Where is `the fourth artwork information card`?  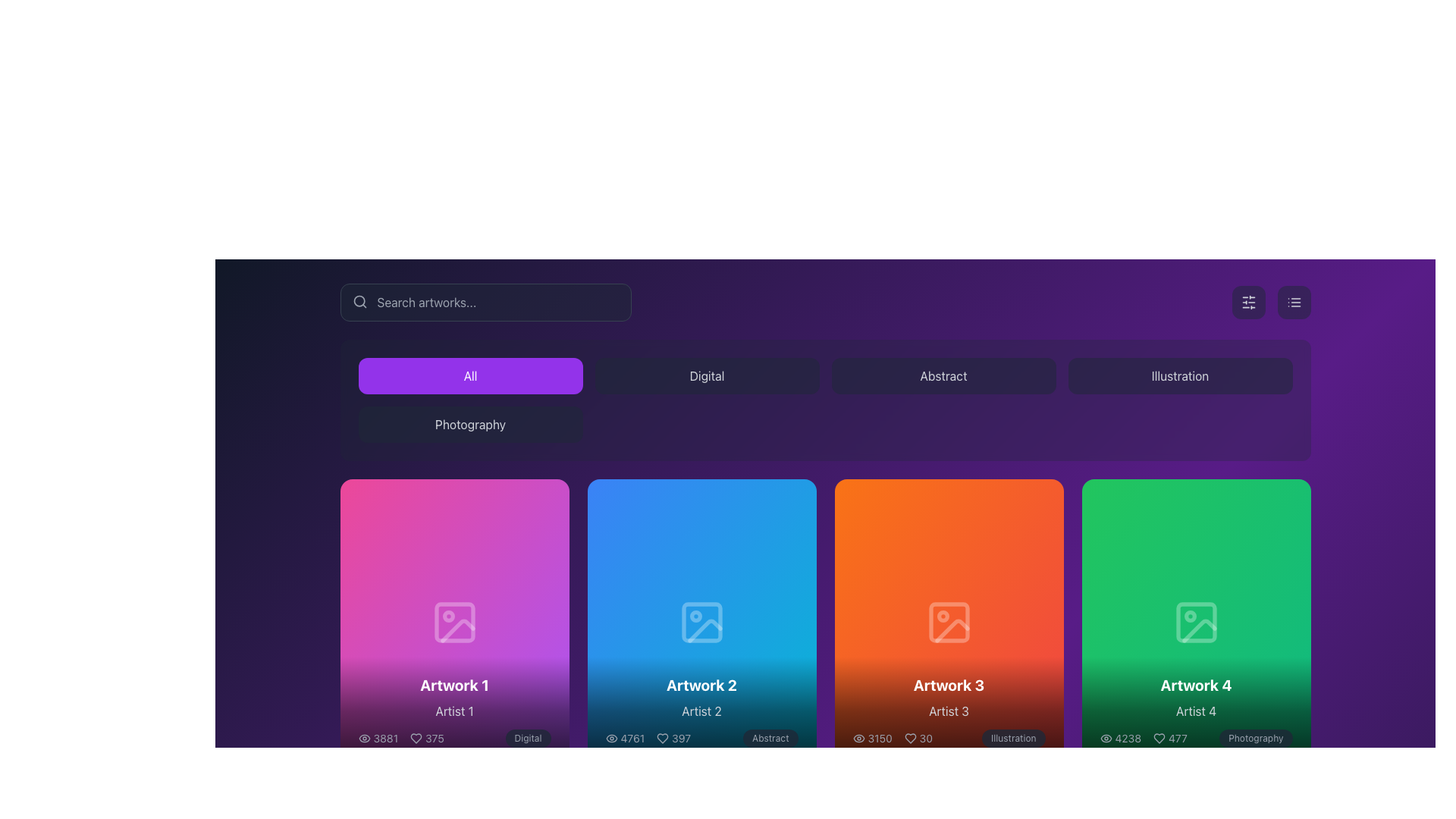
the fourth artwork information card is located at coordinates (1195, 622).